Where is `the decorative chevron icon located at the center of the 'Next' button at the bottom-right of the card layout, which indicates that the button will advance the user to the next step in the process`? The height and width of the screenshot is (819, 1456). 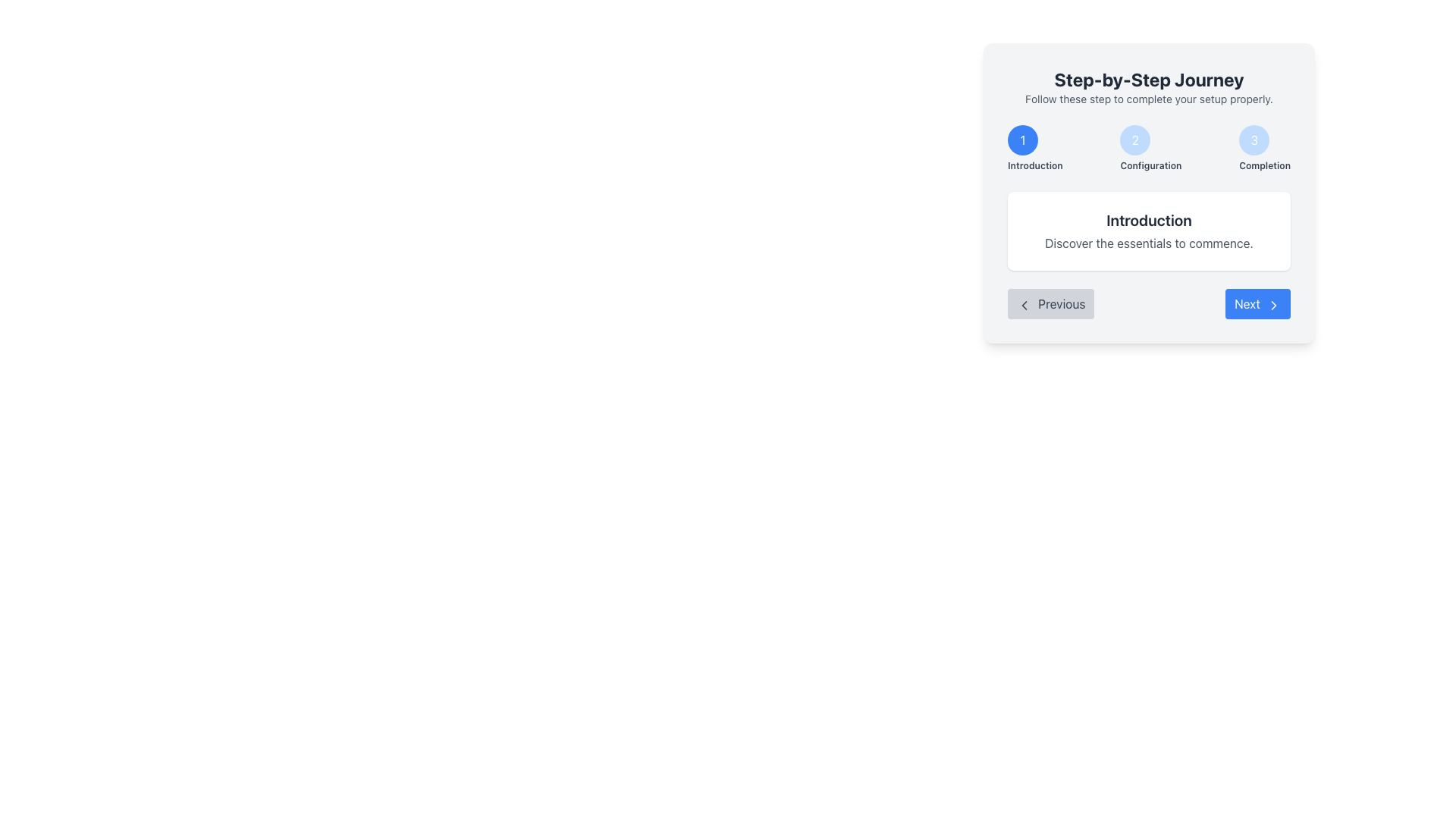
the decorative chevron icon located at the center of the 'Next' button at the bottom-right of the card layout, which indicates that the button will advance the user to the next step in the process is located at coordinates (1274, 304).